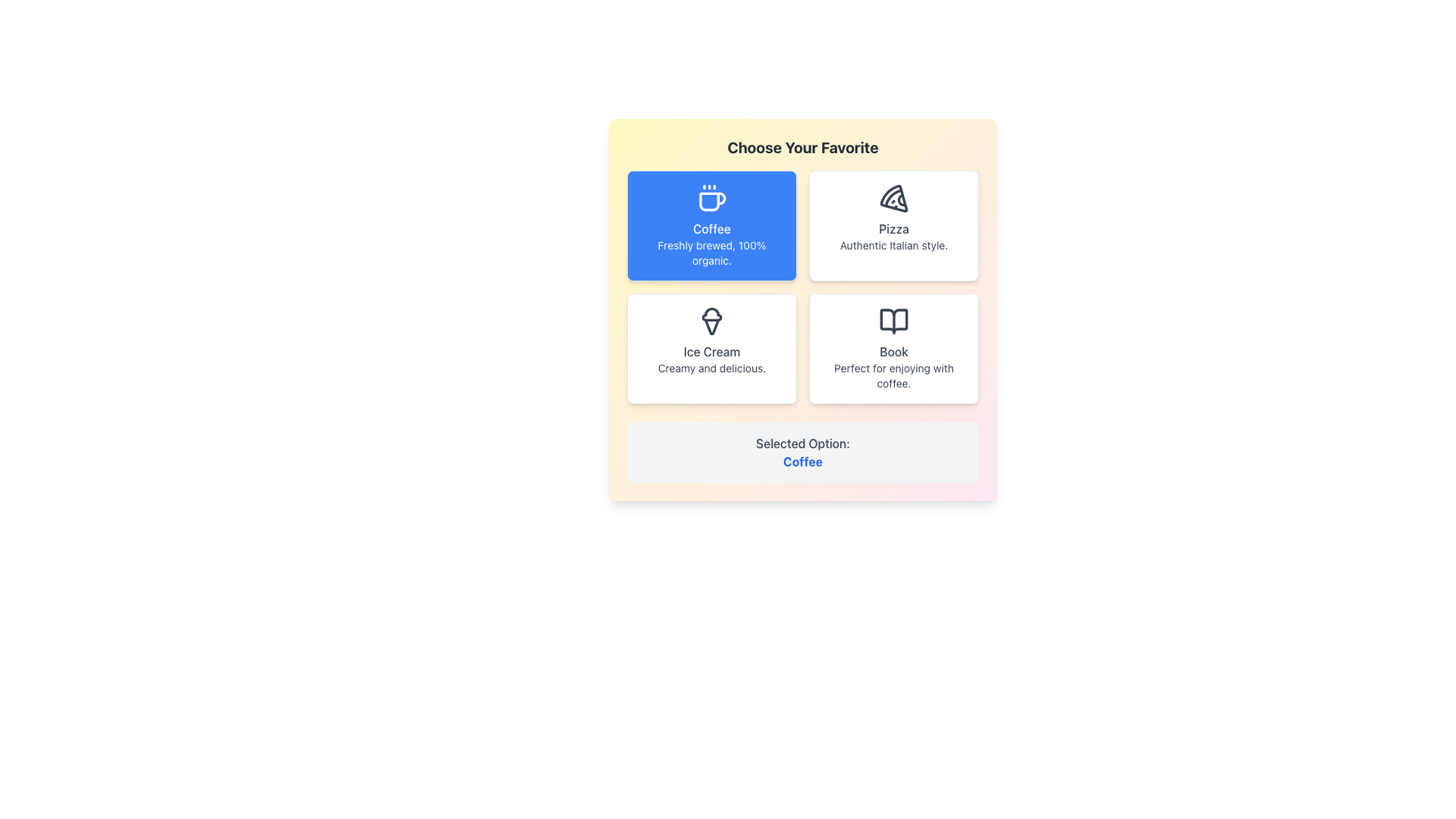 The image size is (1456, 819). I want to click on text label that provides a description for the 'Ice Cream' option, located at the bottom of the 'Ice Cream' card, so click(711, 369).